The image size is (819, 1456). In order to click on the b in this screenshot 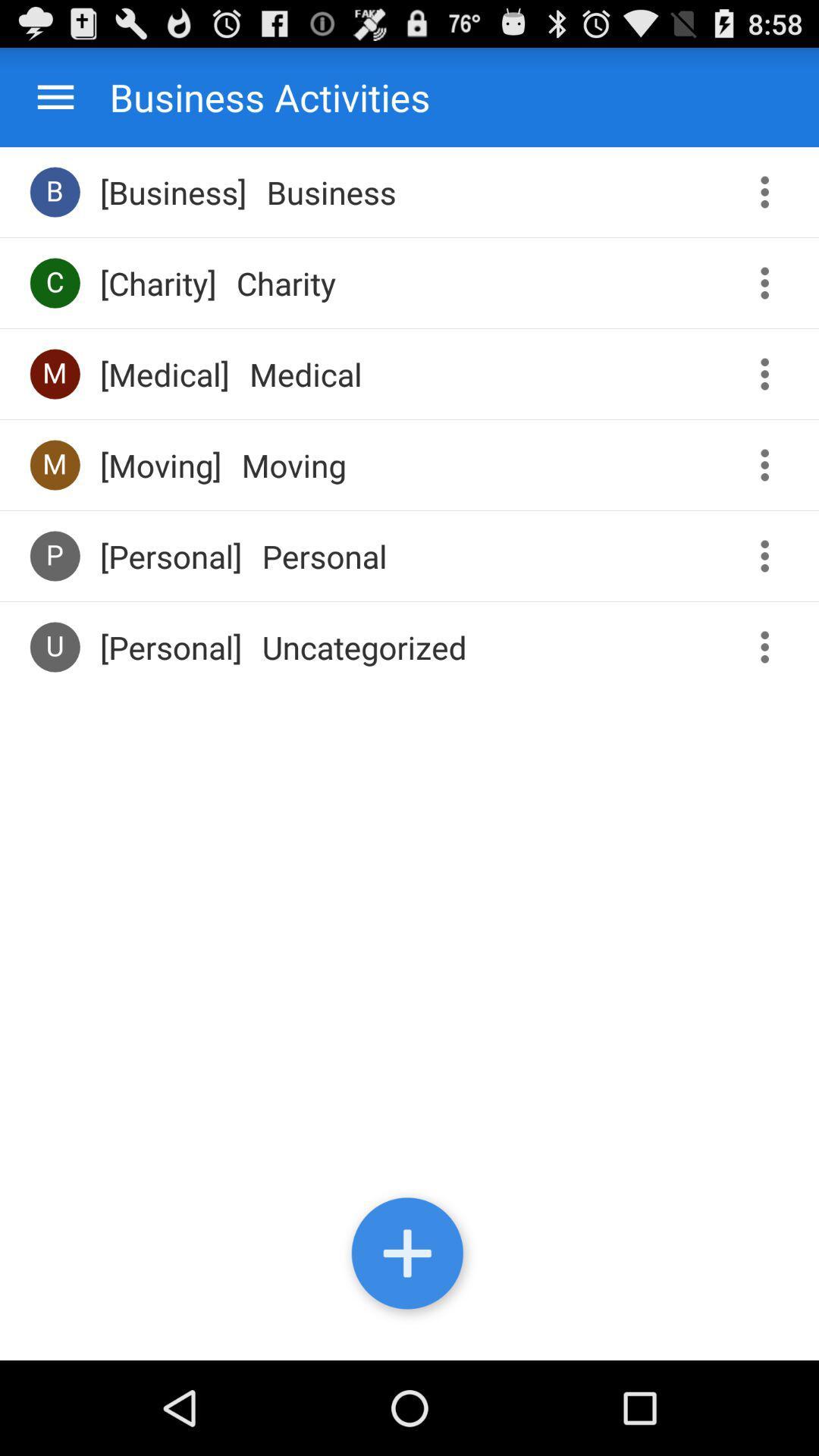, I will do `click(54, 191)`.